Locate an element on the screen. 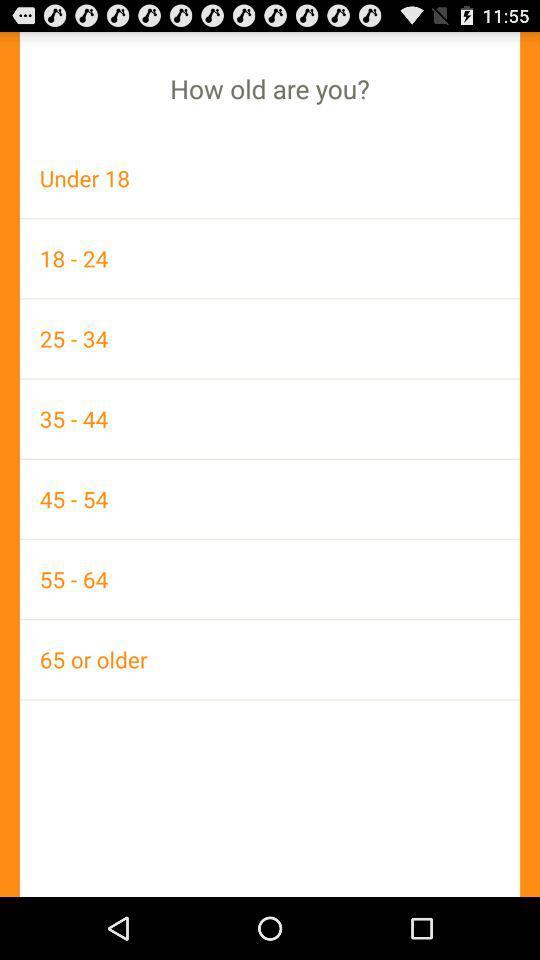 This screenshot has width=540, height=960. icon above 25 - 34 app is located at coordinates (270, 257).